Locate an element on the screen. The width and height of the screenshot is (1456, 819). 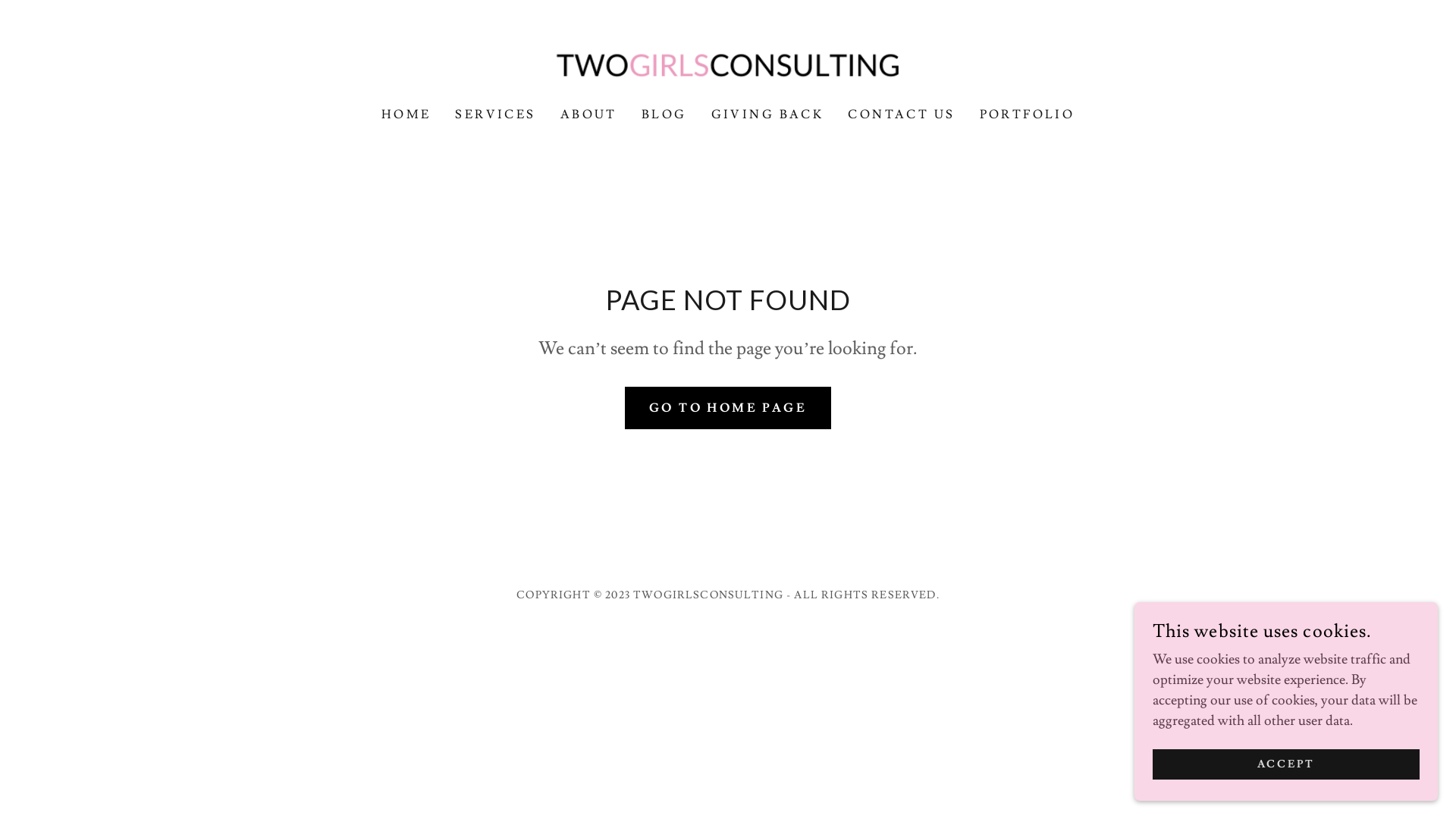
'ABOUT' is located at coordinates (588, 113).